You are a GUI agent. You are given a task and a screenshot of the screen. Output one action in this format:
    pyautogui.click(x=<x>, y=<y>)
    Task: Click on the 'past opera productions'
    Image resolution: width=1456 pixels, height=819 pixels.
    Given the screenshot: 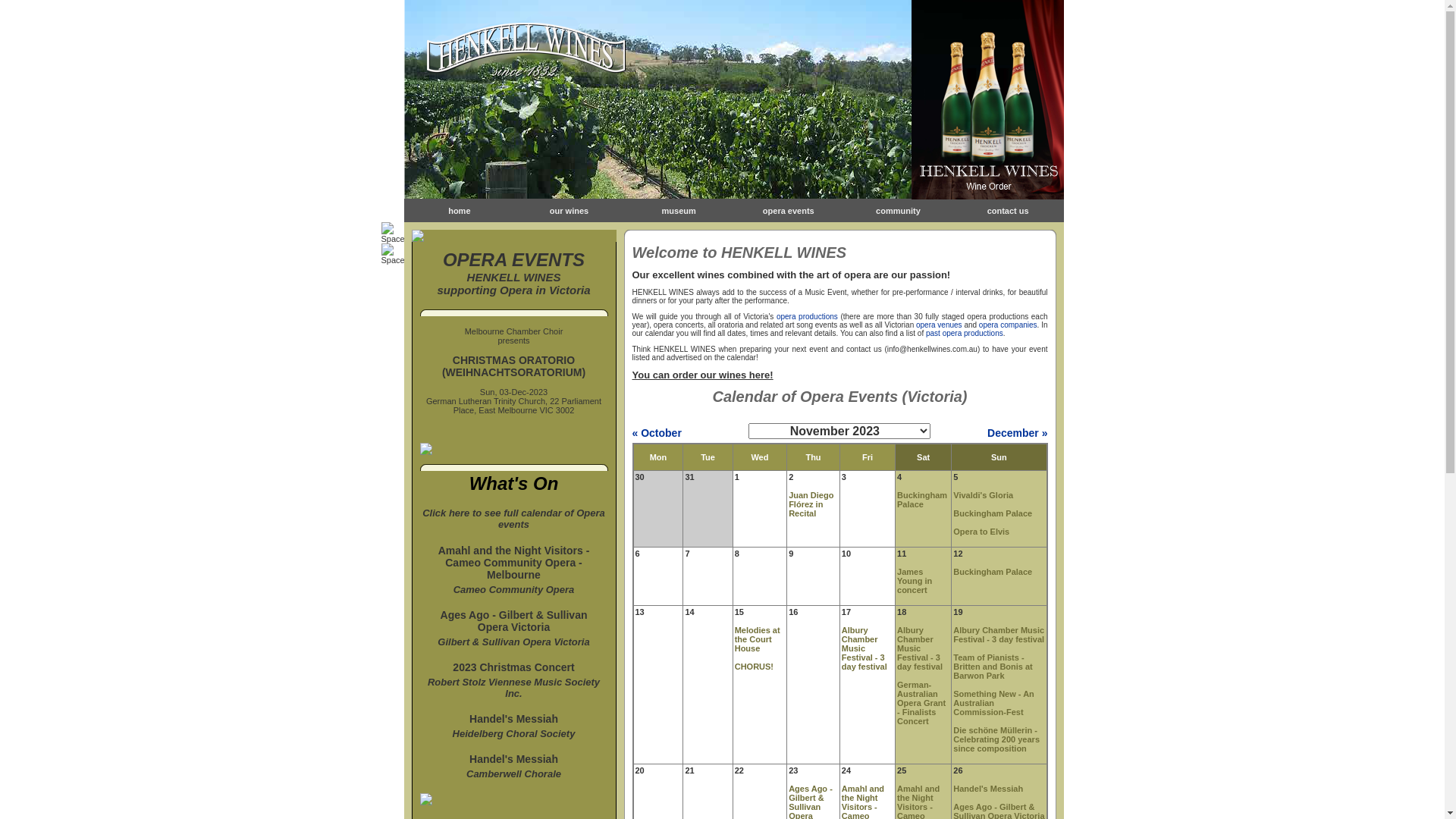 What is the action you would take?
    pyautogui.click(x=964, y=332)
    